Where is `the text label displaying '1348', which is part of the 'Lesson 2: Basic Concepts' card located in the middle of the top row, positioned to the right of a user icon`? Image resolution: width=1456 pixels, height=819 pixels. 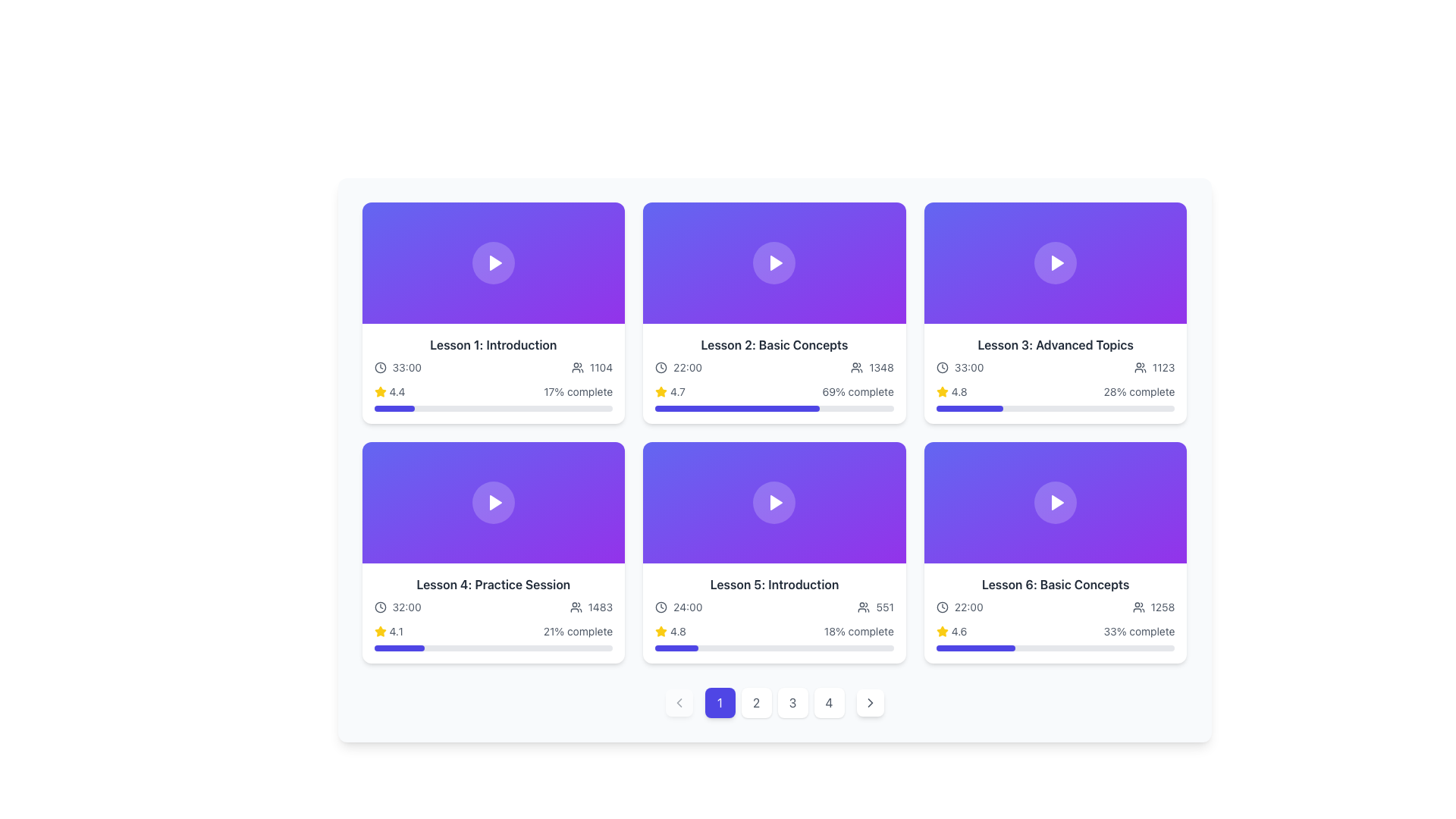 the text label displaying '1348', which is part of the 'Lesson 2: Basic Concepts' card located in the middle of the top row, positioned to the right of a user icon is located at coordinates (881, 368).